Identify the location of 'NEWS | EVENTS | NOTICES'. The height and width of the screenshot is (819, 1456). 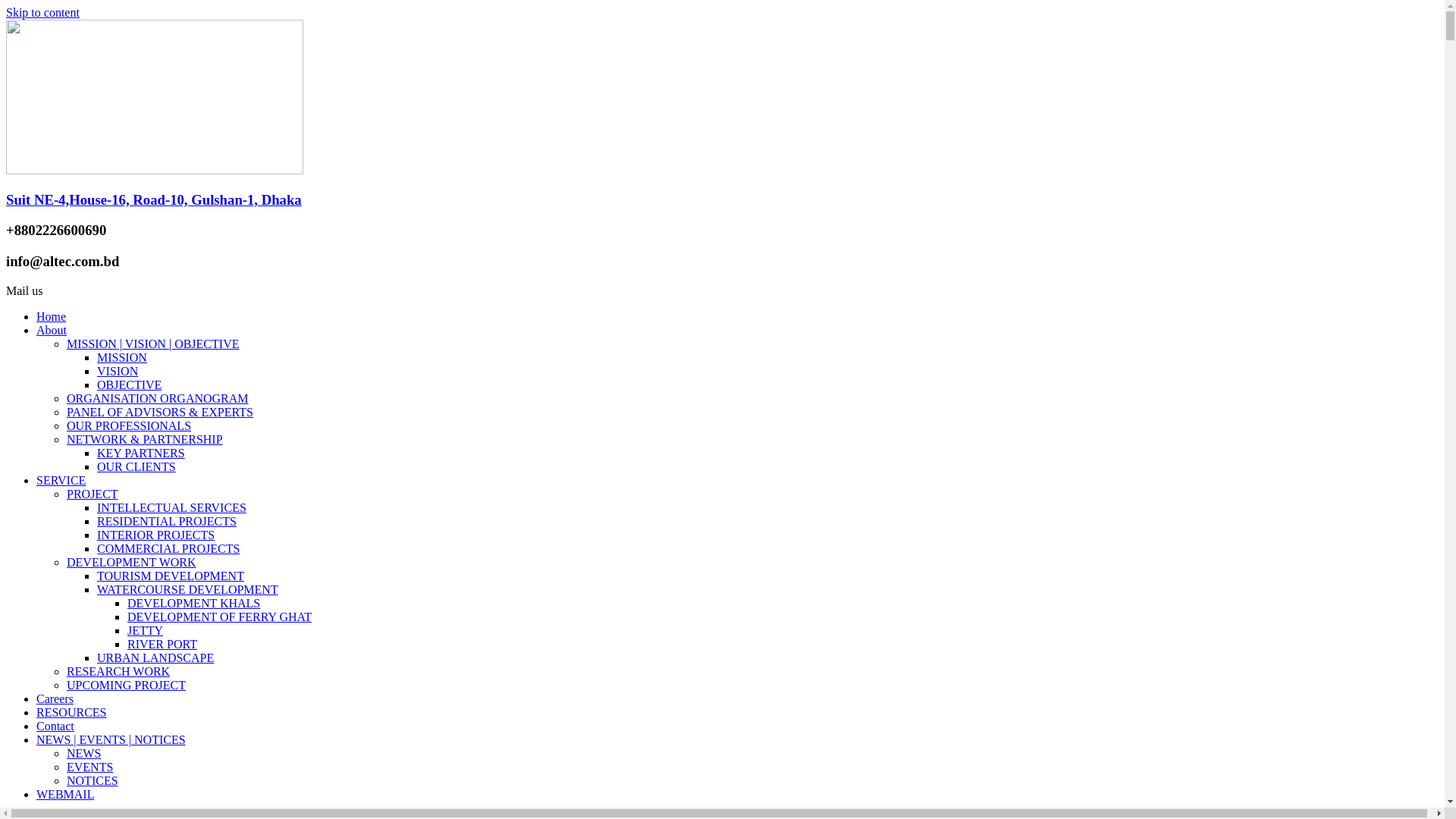
(110, 739).